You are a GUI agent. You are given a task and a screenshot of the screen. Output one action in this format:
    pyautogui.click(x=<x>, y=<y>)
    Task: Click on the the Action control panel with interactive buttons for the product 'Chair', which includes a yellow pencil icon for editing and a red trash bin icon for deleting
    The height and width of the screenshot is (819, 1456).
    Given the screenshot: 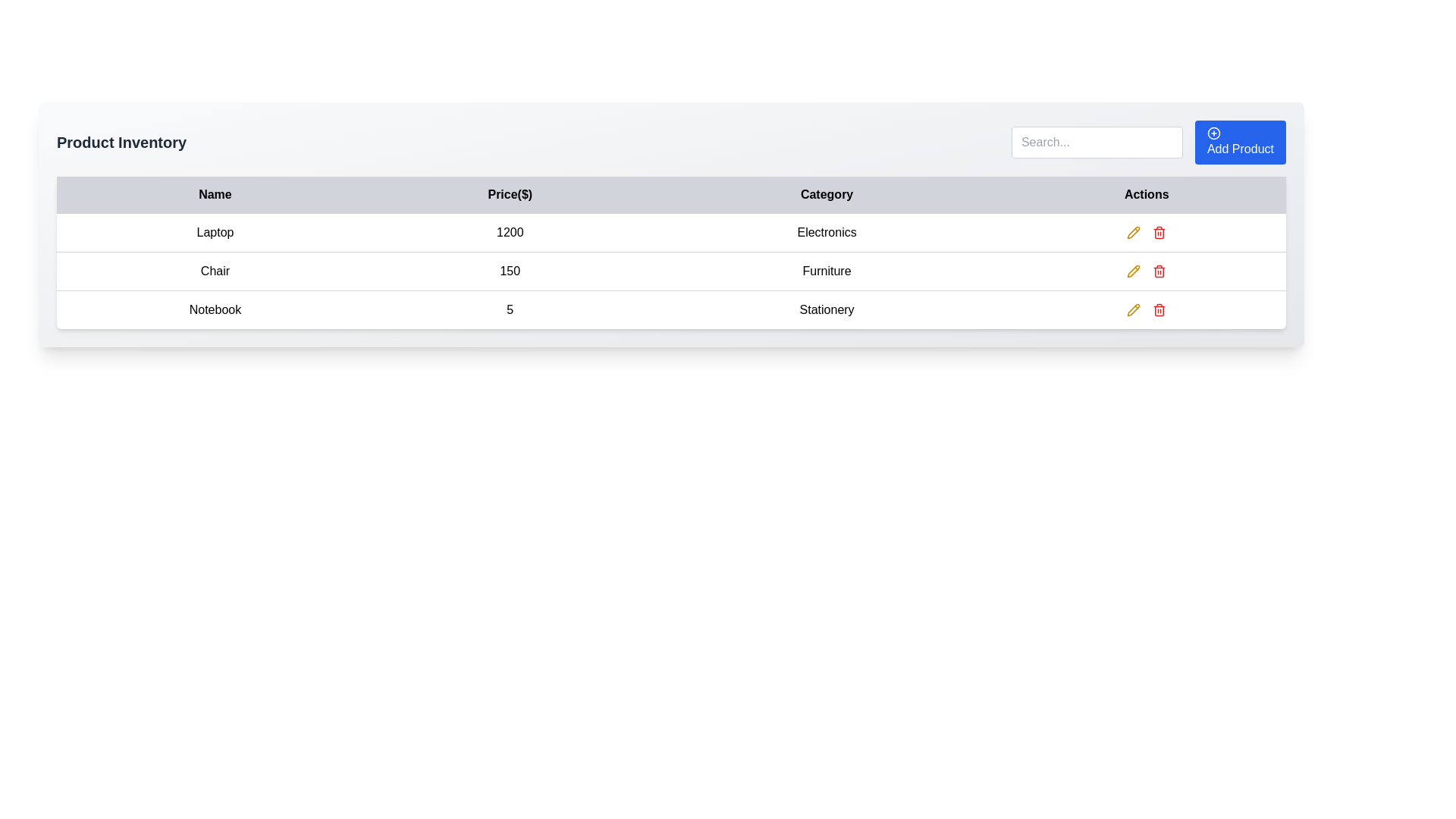 What is the action you would take?
    pyautogui.click(x=1147, y=271)
    